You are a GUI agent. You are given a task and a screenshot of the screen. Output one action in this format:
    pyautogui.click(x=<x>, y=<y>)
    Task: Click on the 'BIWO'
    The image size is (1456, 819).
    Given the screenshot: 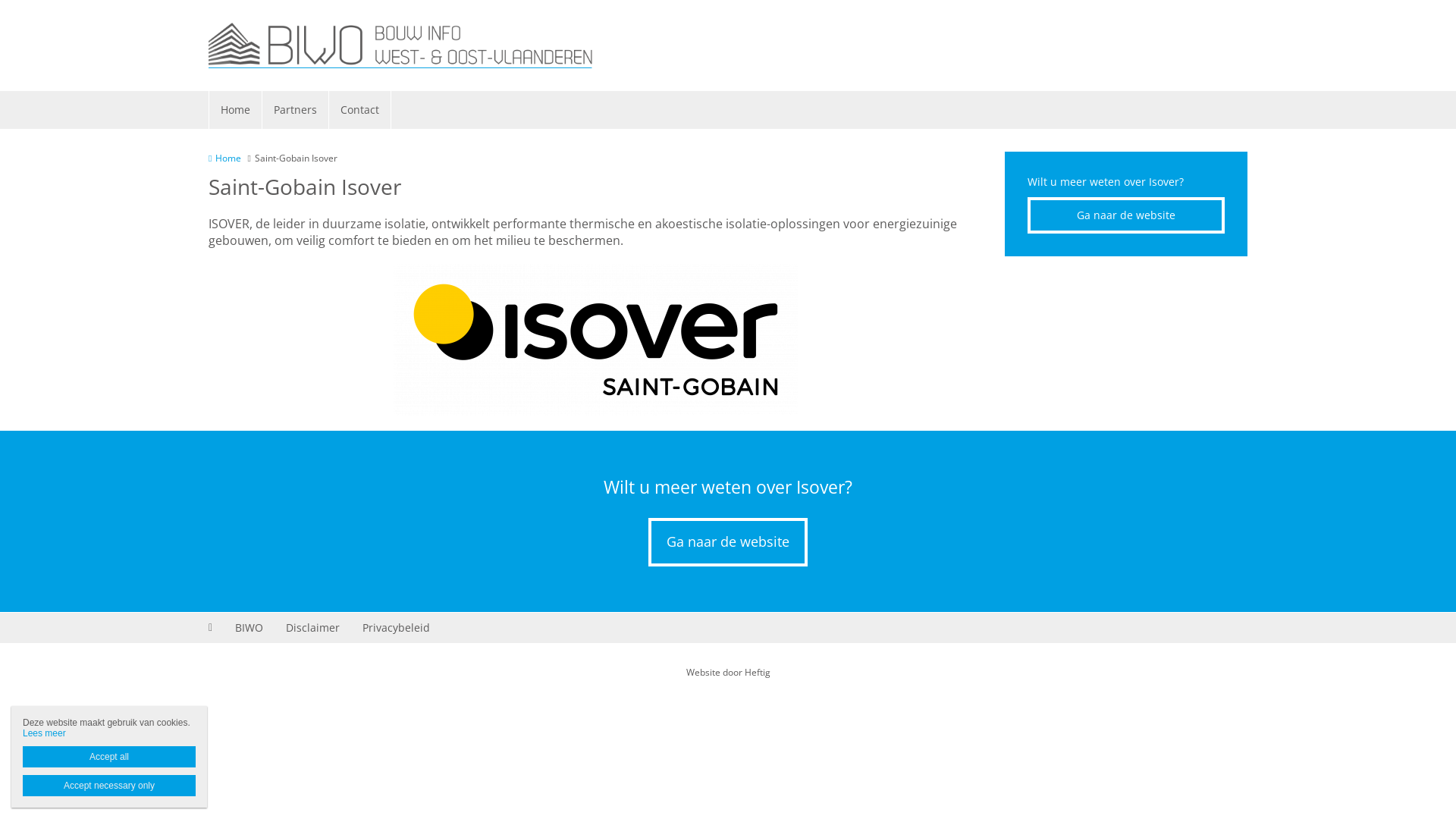 What is the action you would take?
    pyautogui.click(x=249, y=628)
    